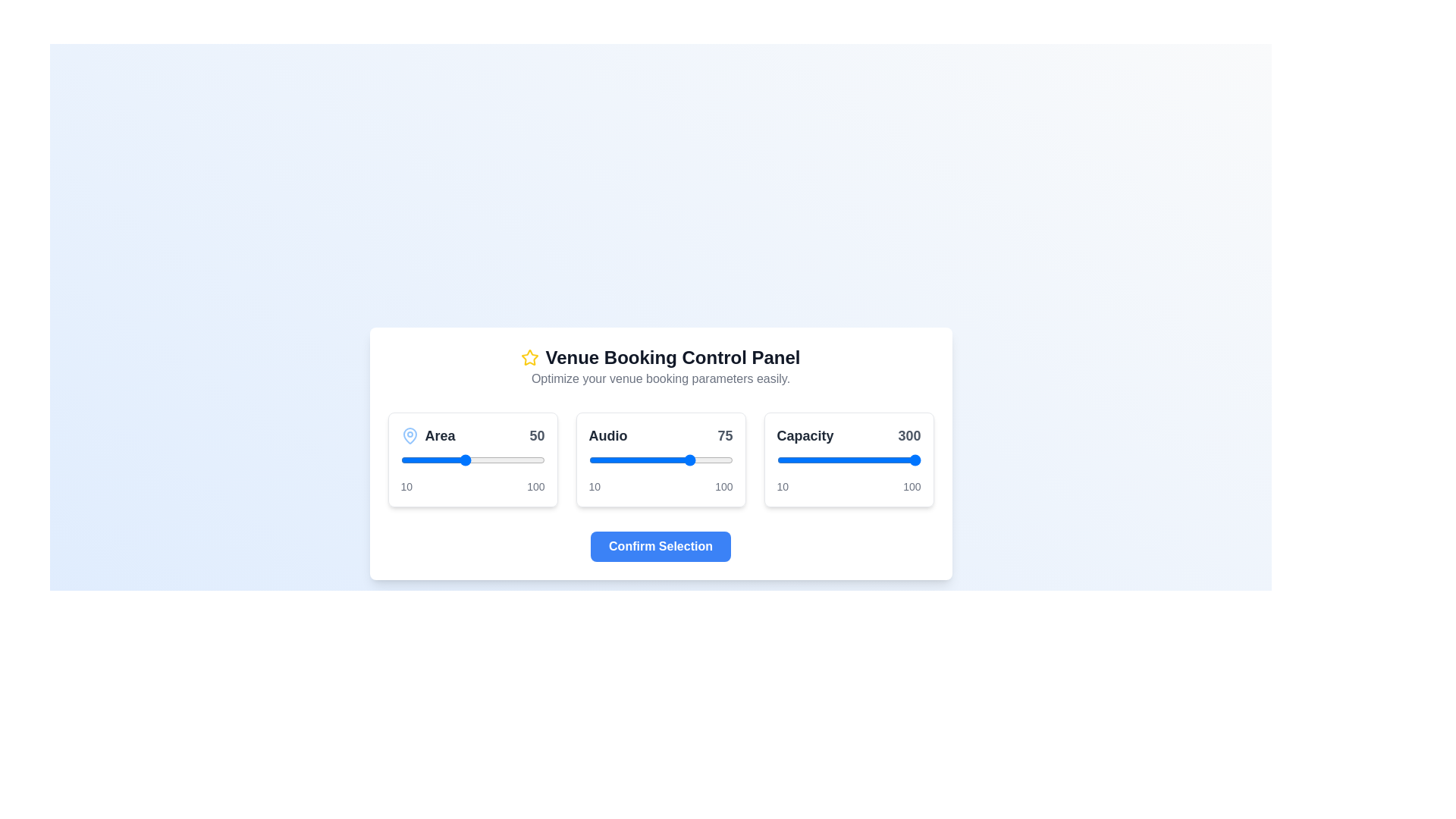 Image resolution: width=1456 pixels, height=819 pixels. I want to click on the audio level, so click(640, 459).